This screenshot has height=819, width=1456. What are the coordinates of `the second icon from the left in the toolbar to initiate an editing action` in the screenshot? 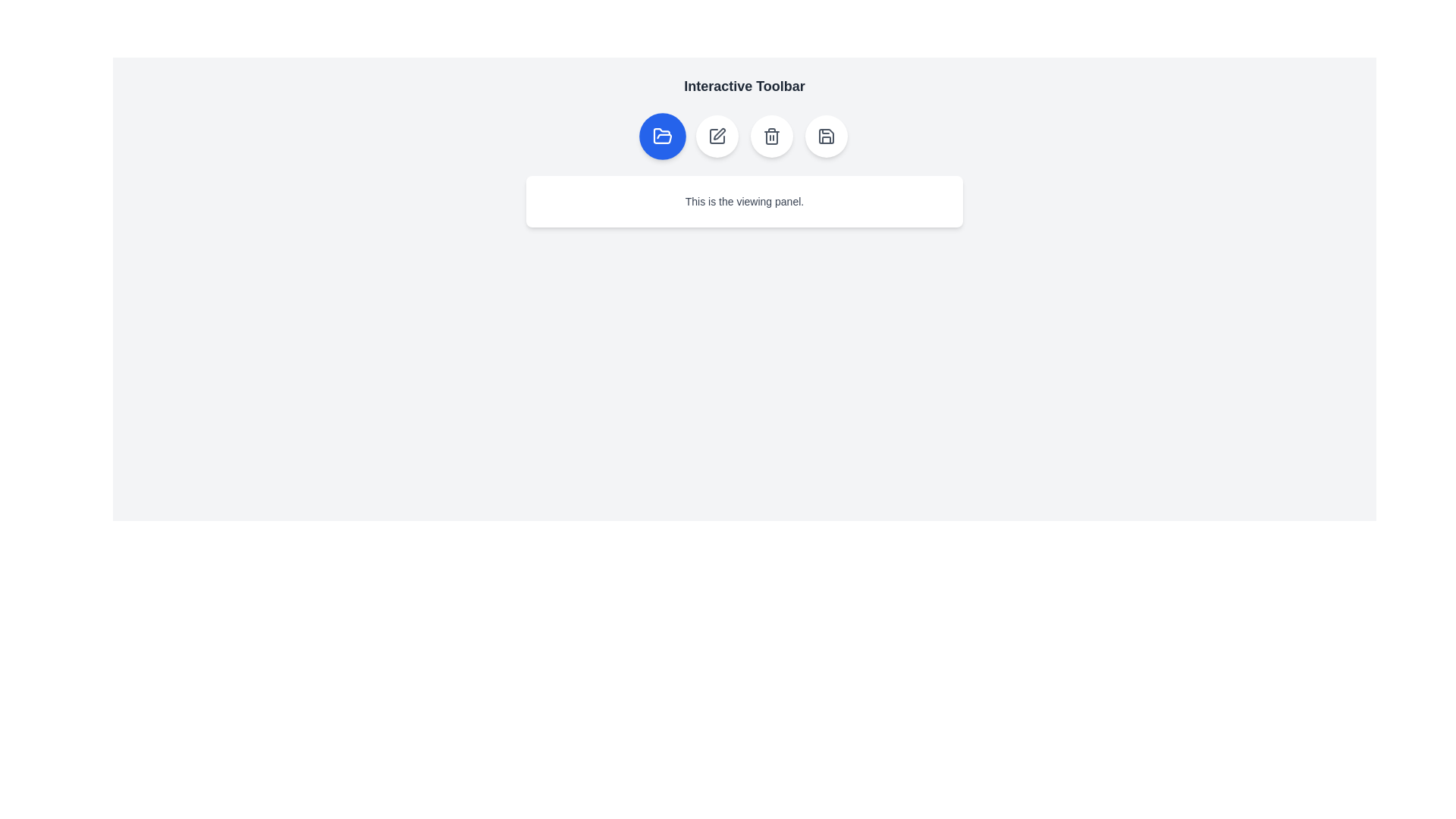 It's located at (716, 136).